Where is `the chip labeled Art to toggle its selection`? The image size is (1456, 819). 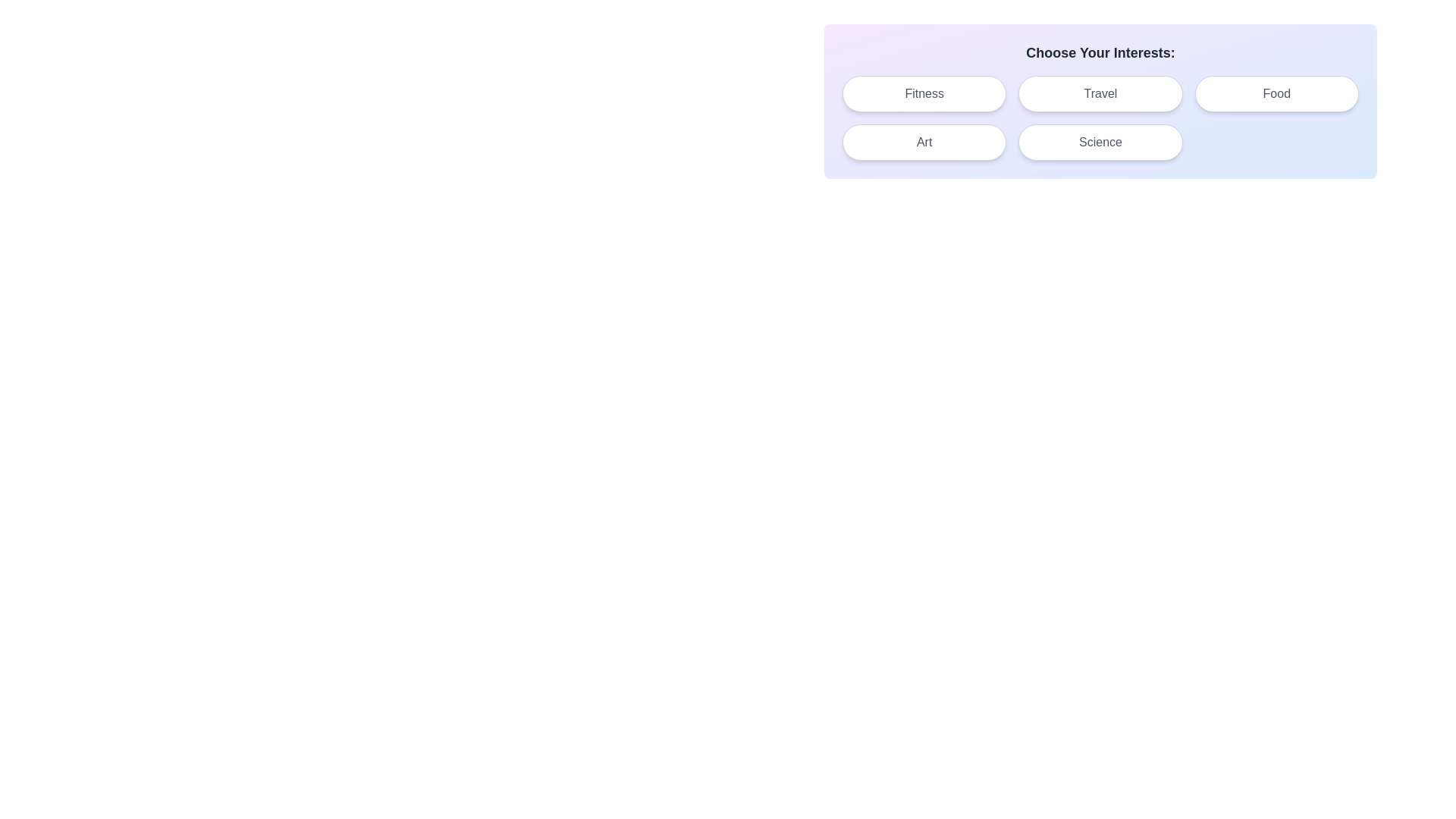
the chip labeled Art to toggle its selection is located at coordinates (924, 143).